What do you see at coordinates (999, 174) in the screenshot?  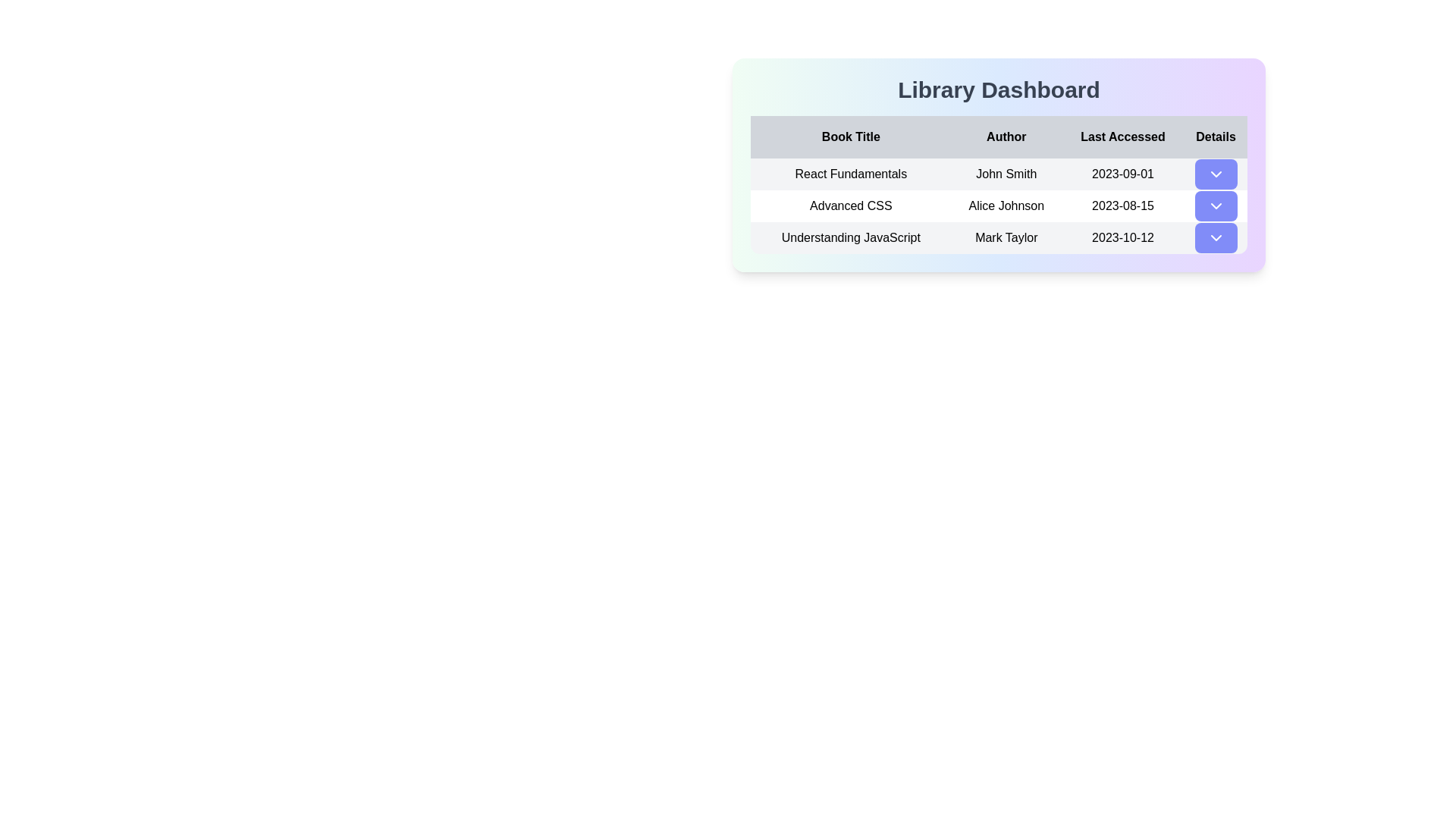 I see `the row displaying 'React Fundamentals', 'John Smith', and '2023-09-01'` at bounding box center [999, 174].